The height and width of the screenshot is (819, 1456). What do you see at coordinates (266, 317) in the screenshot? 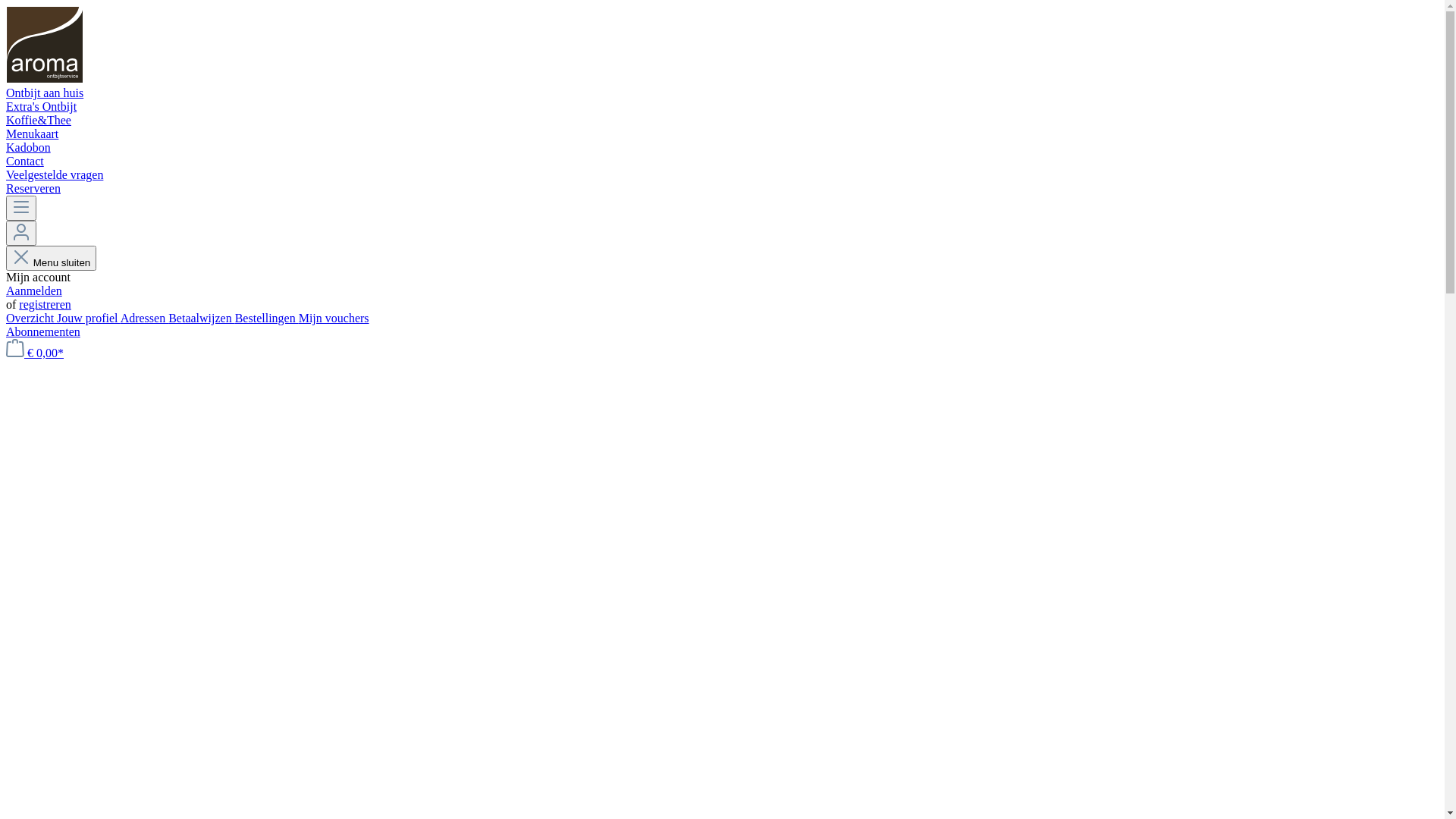
I see `'Bestellingen'` at bounding box center [266, 317].